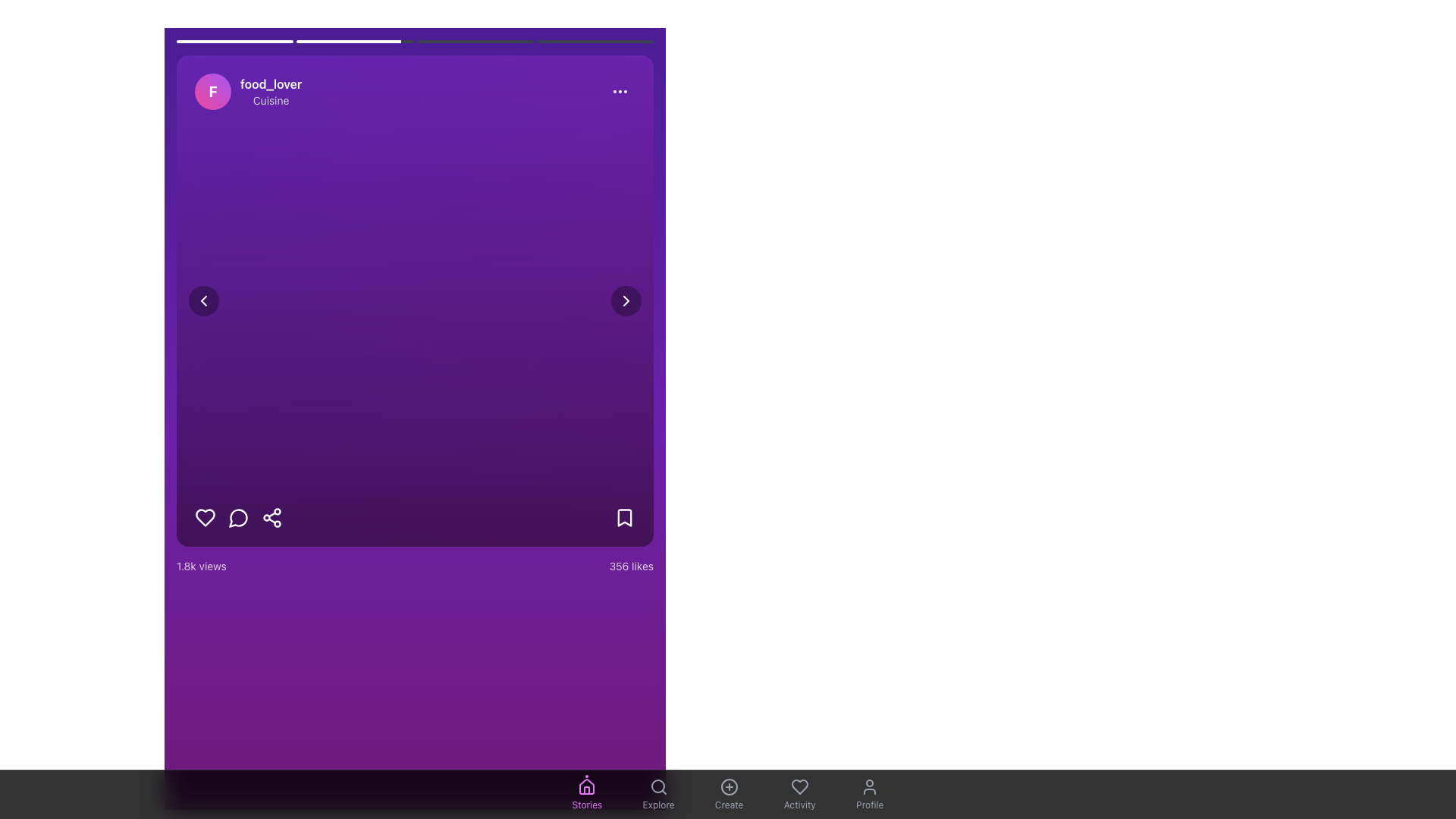 The width and height of the screenshot is (1456, 819). I want to click on the circular 'Create' icon with a '+' symbol located at the center of the bottom navigation bar, so click(729, 786).